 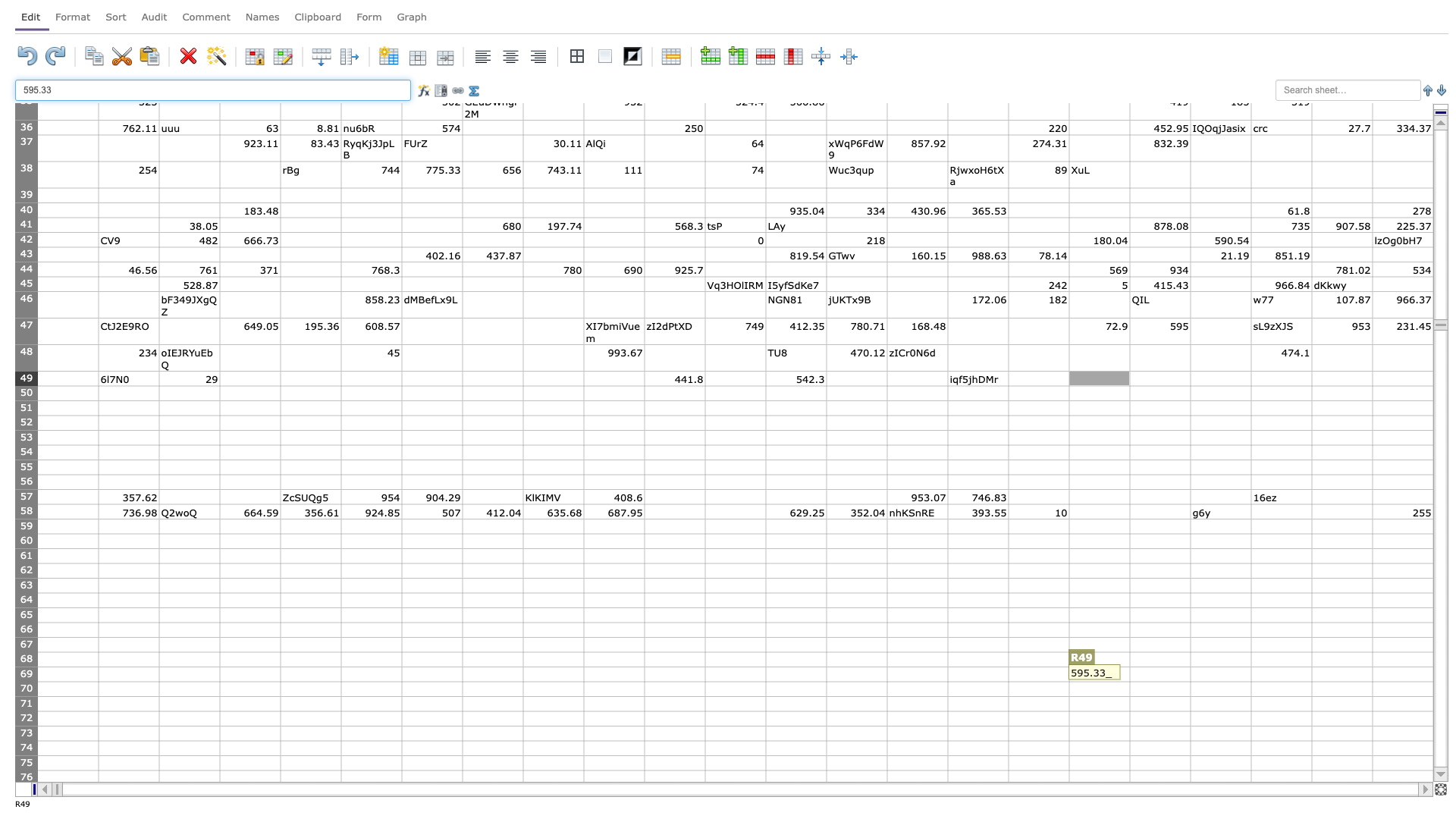 What do you see at coordinates (1372, 680) in the screenshot?
I see `Fill handle of cell V-69` at bounding box center [1372, 680].